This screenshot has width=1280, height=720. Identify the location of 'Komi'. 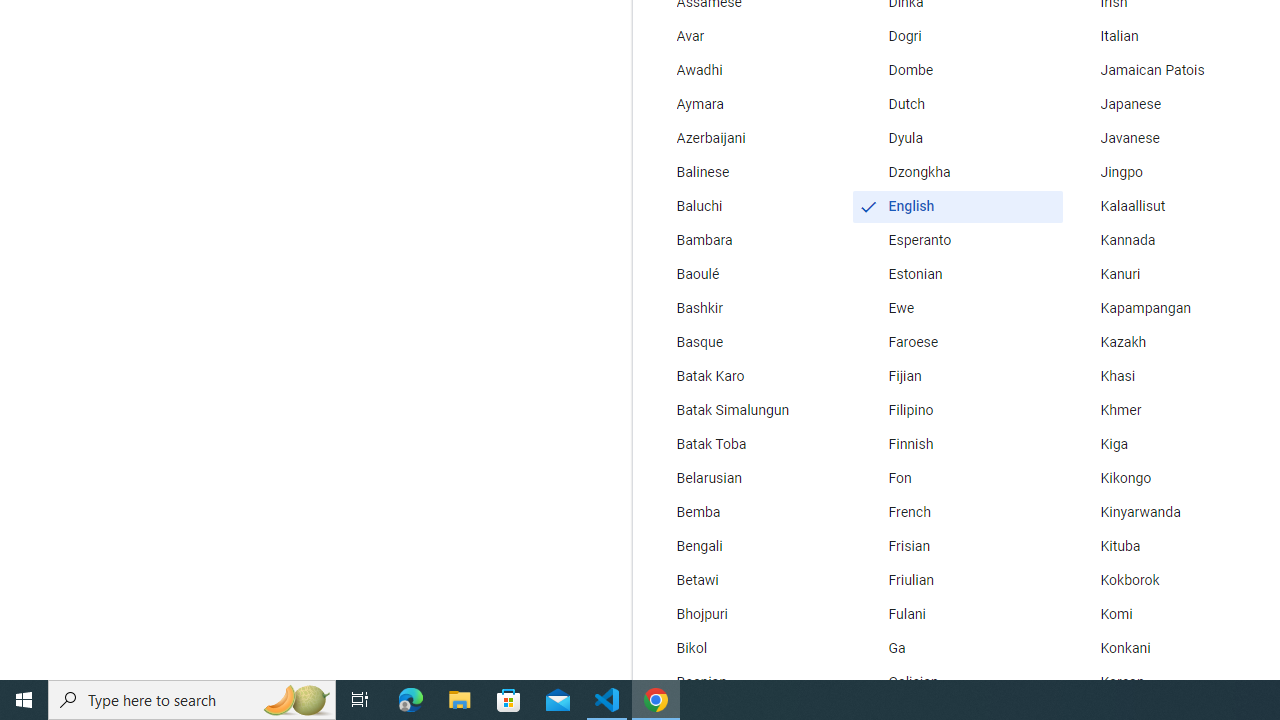
(1169, 613).